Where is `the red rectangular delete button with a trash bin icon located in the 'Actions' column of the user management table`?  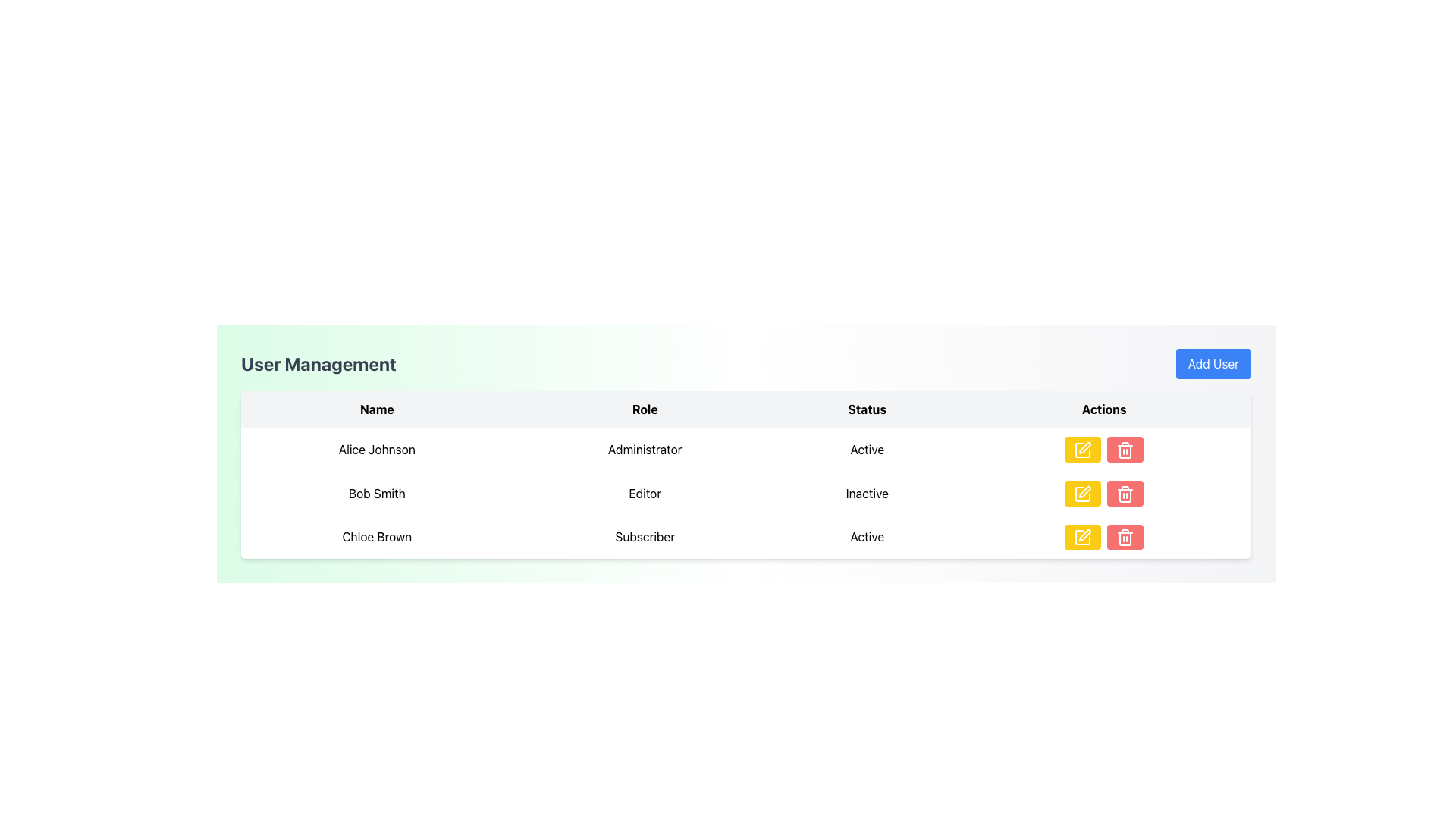
the red rectangular delete button with a trash bin icon located in the 'Actions' column of the user management table is located at coordinates (1125, 447).